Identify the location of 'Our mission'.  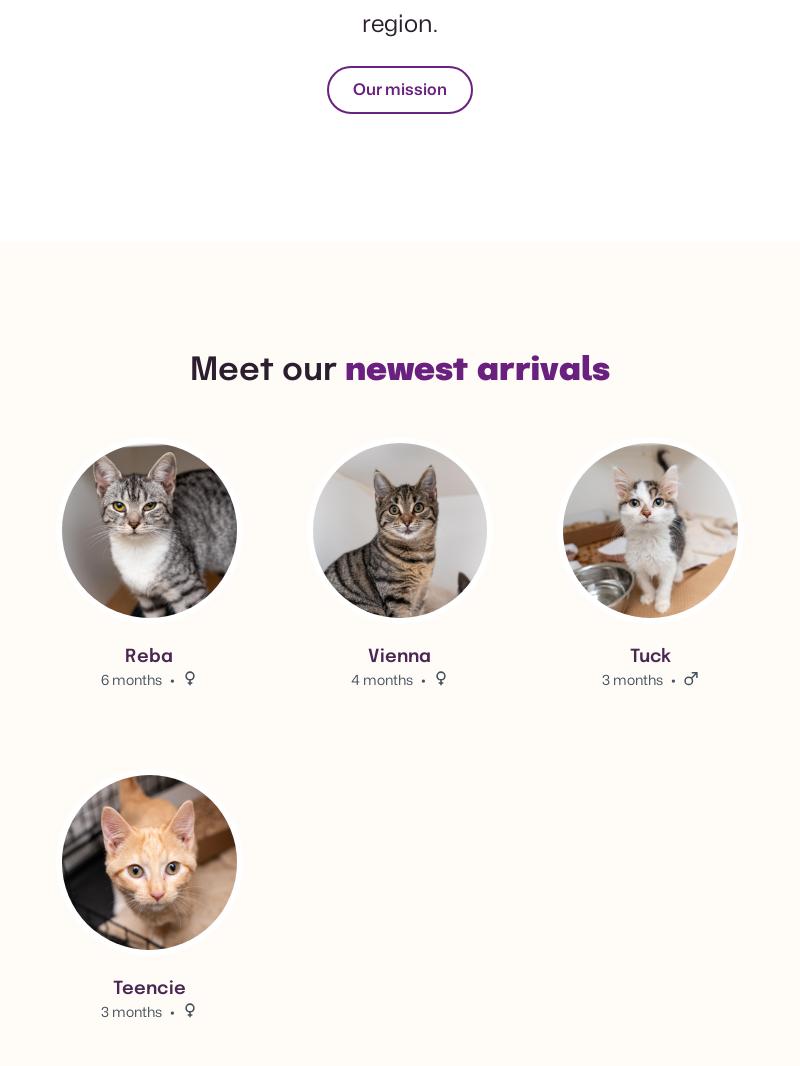
(400, 88).